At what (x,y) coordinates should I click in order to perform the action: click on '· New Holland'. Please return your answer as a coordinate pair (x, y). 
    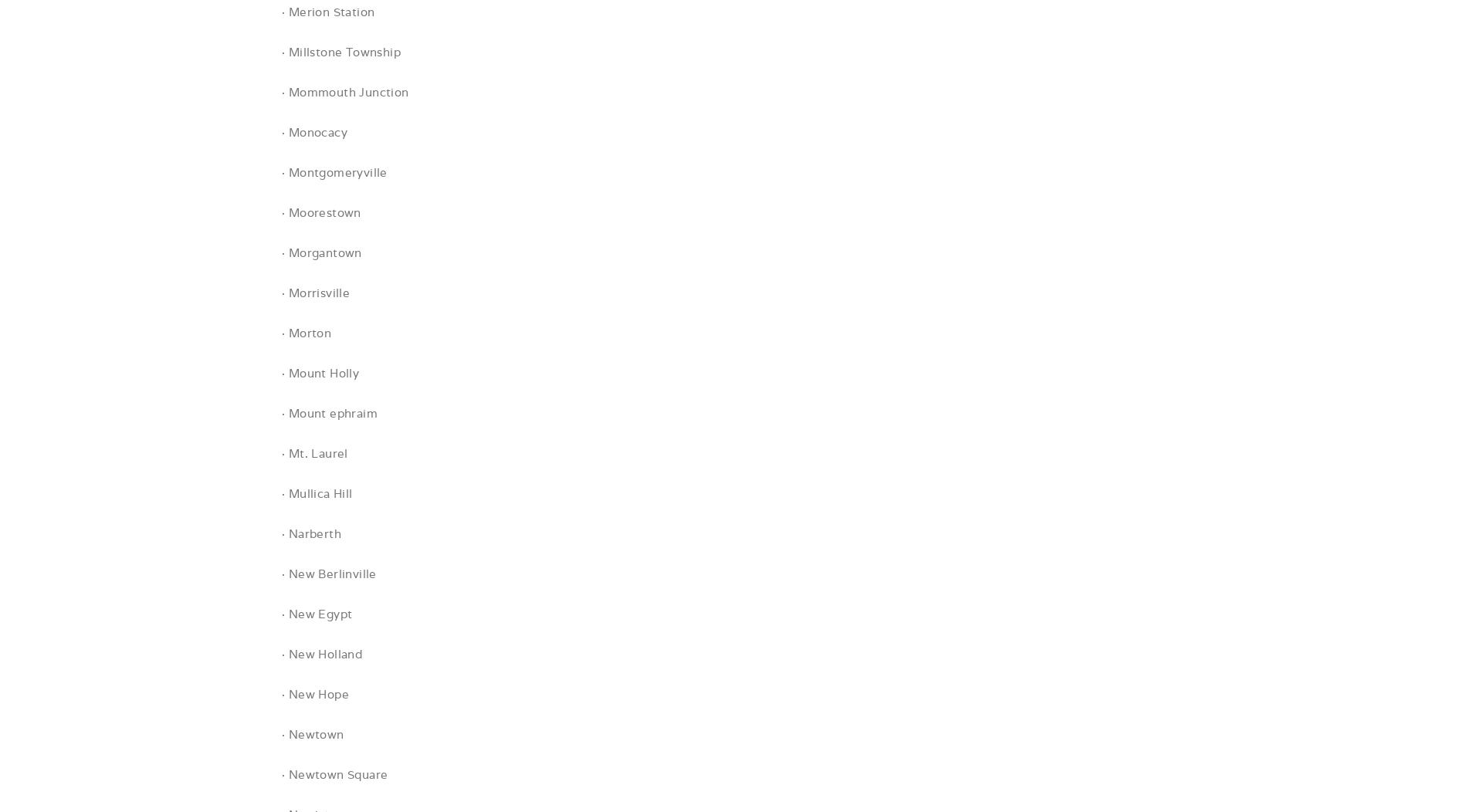
    Looking at the image, I should click on (321, 653).